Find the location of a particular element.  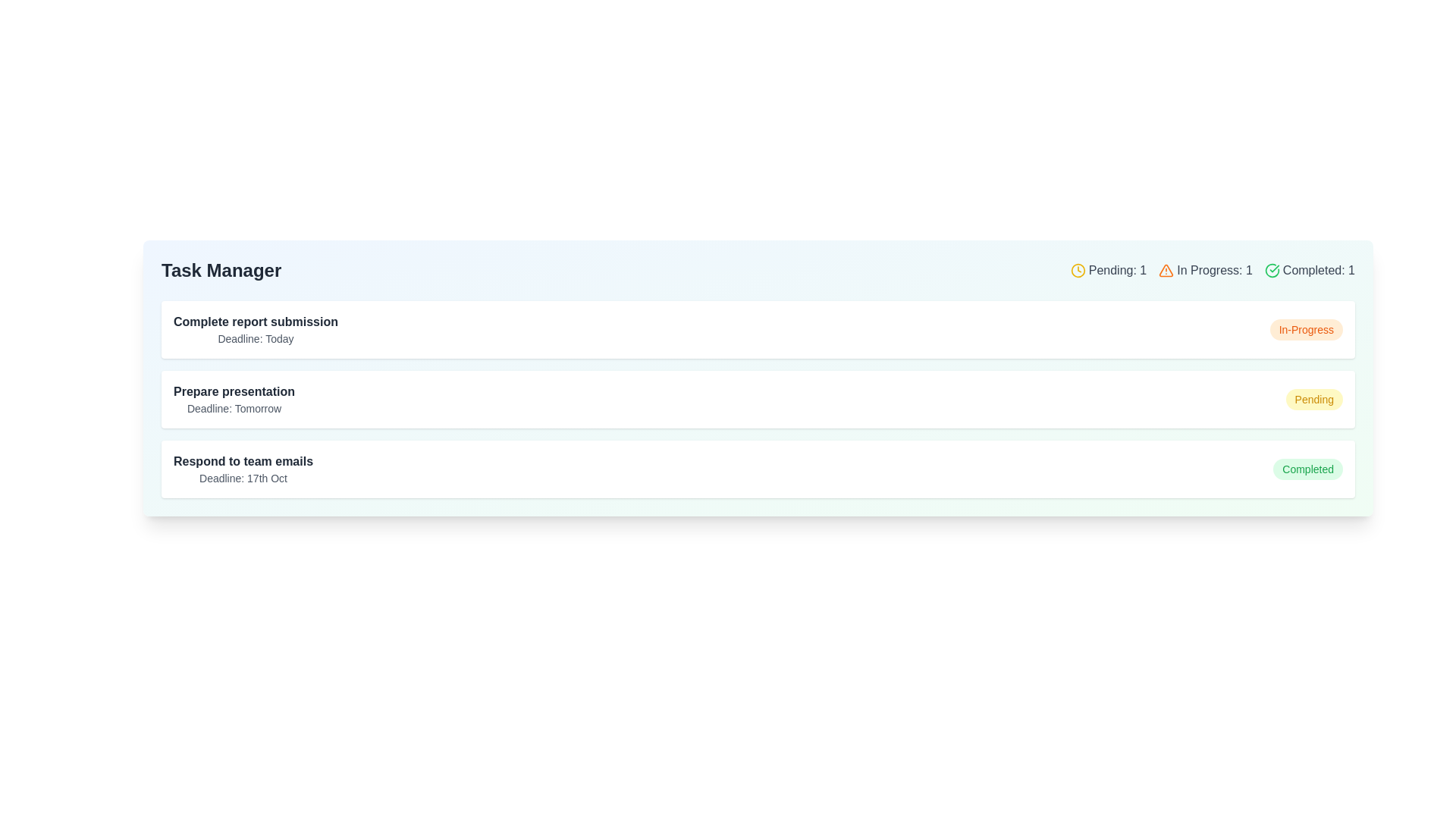

text from the Status indicator that shows the count of 'Pending' tasks located on the far left of the horizontal navigation section is located at coordinates (1108, 270).